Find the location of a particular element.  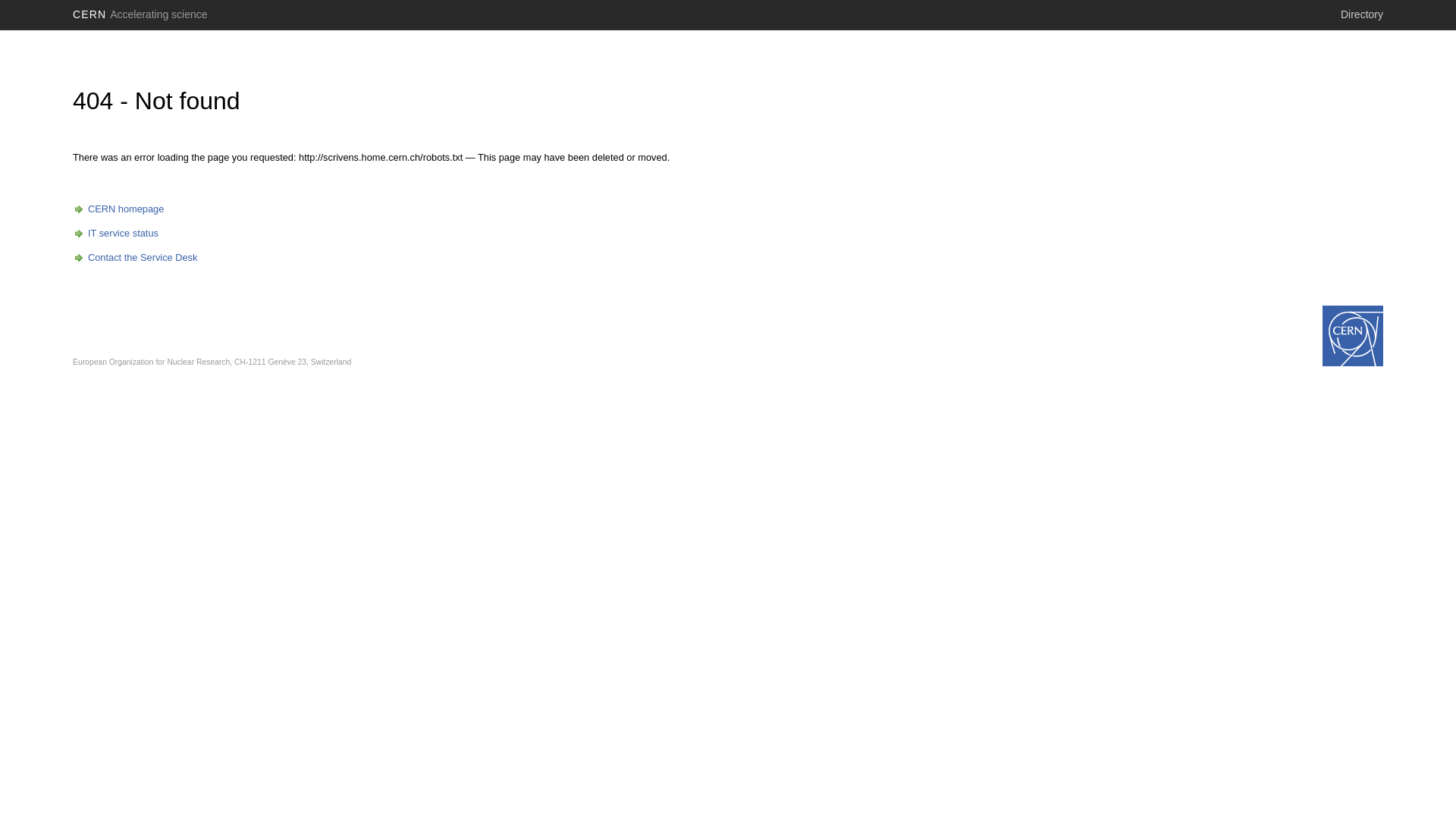

'CERN Accelerating science' is located at coordinates (140, 14).